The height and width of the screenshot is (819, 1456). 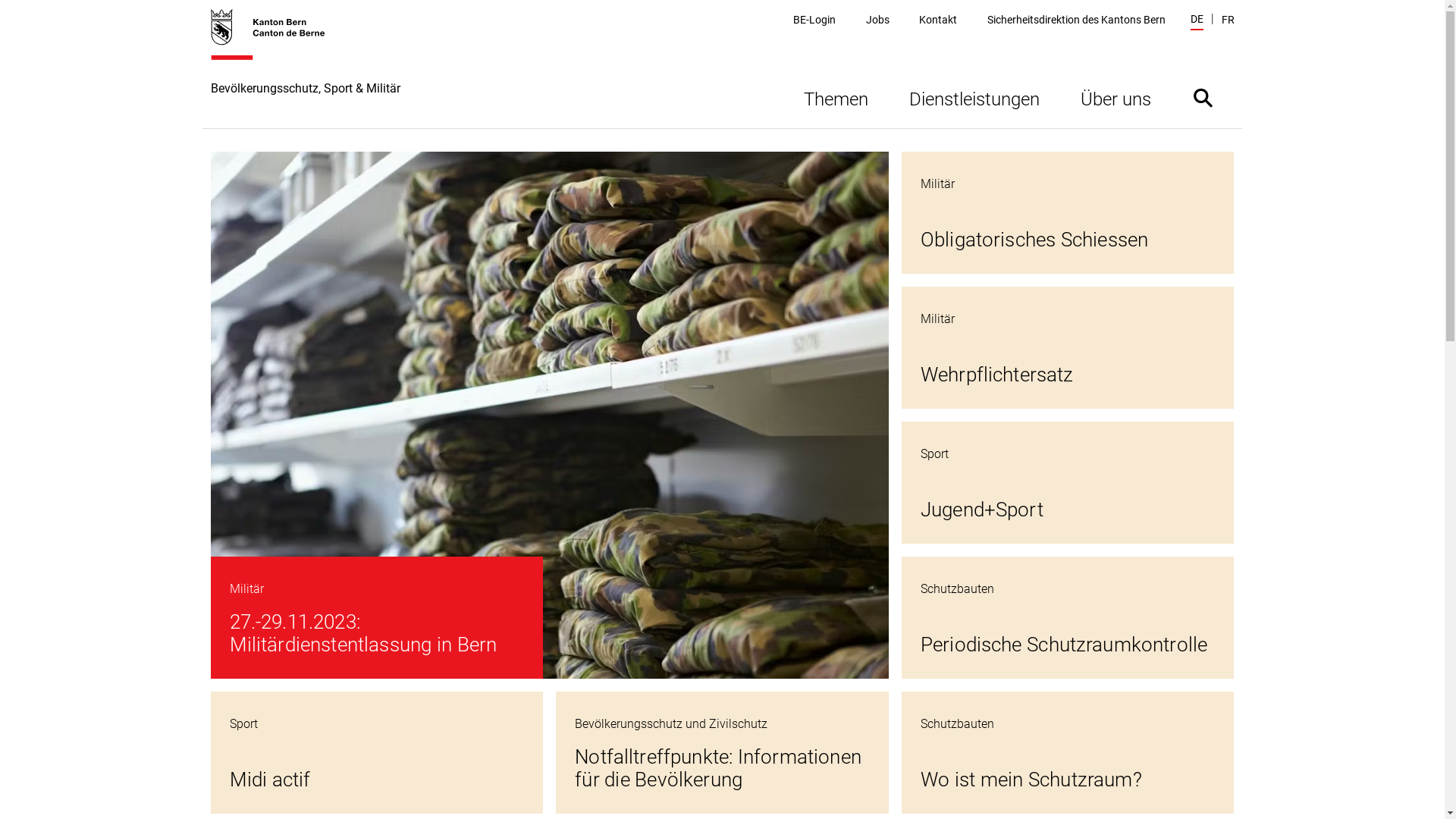 What do you see at coordinates (877, 20) in the screenshot?
I see `'Jobs'` at bounding box center [877, 20].